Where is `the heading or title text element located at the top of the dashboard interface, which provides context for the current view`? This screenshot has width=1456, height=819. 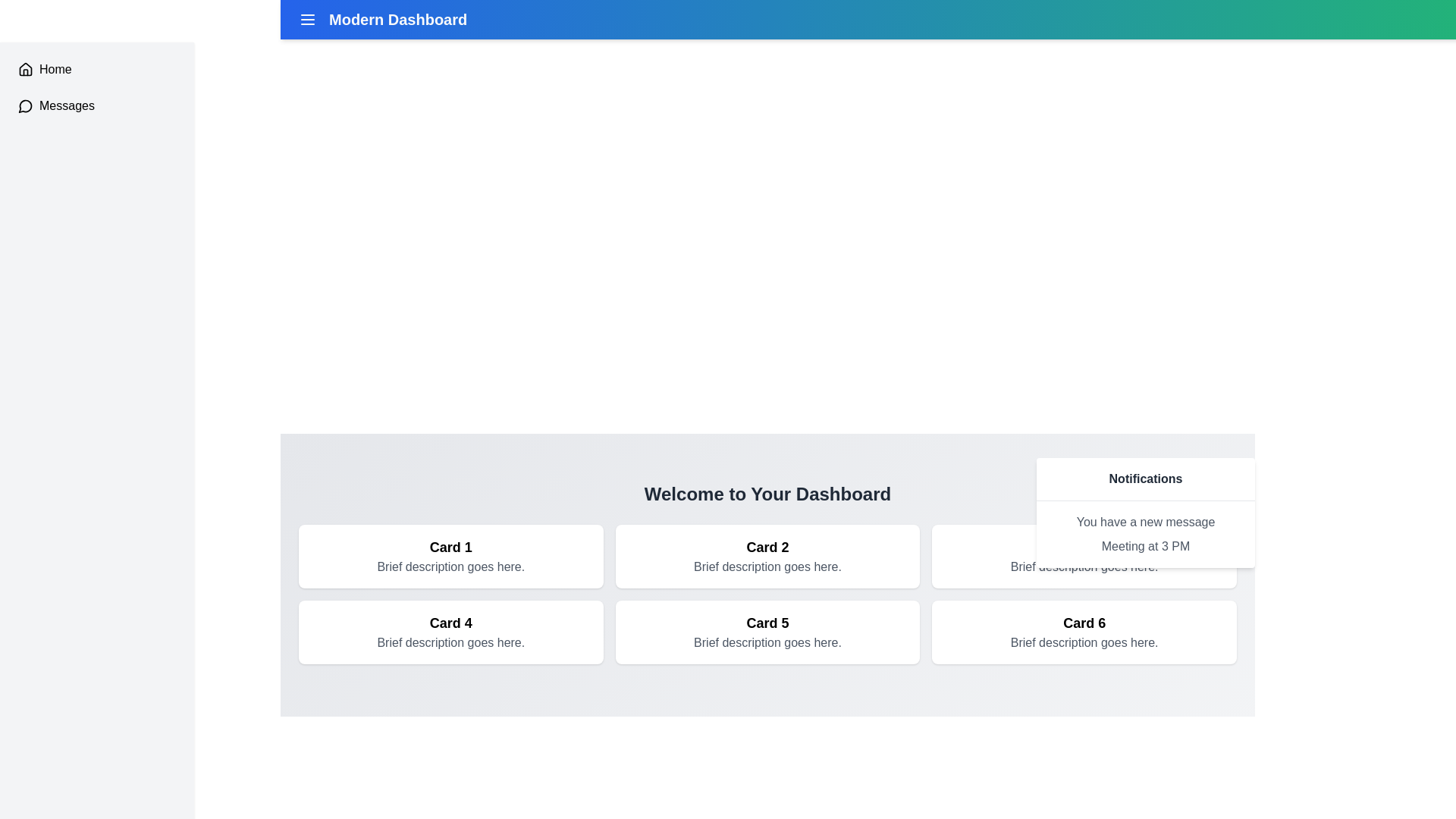
the heading or title text element located at the top of the dashboard interface, which provides context for the current view is located at coordinates (767, 494).